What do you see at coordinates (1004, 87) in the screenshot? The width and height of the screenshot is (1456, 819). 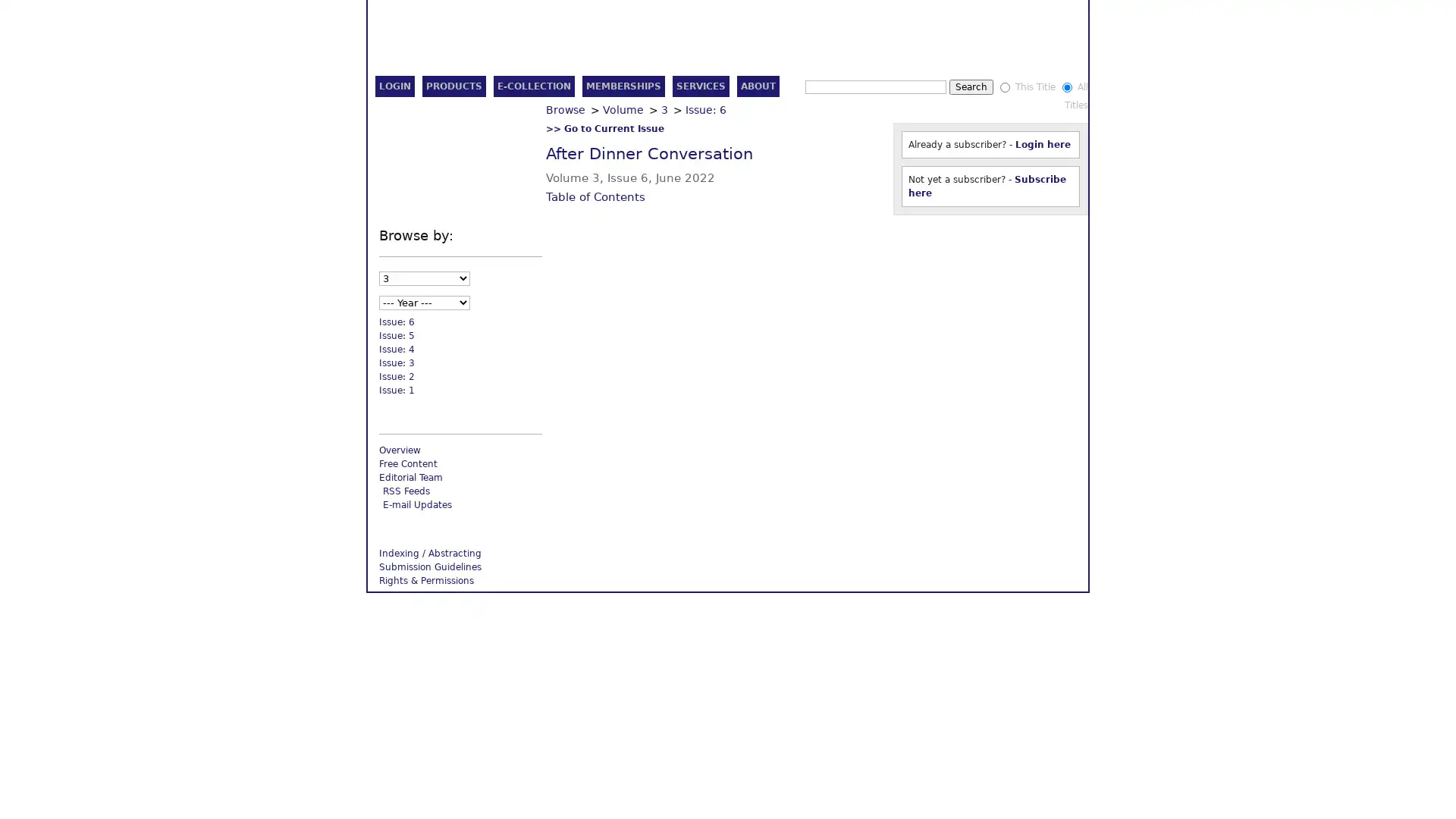 I see `Search` at bounding box center [1004, 87].